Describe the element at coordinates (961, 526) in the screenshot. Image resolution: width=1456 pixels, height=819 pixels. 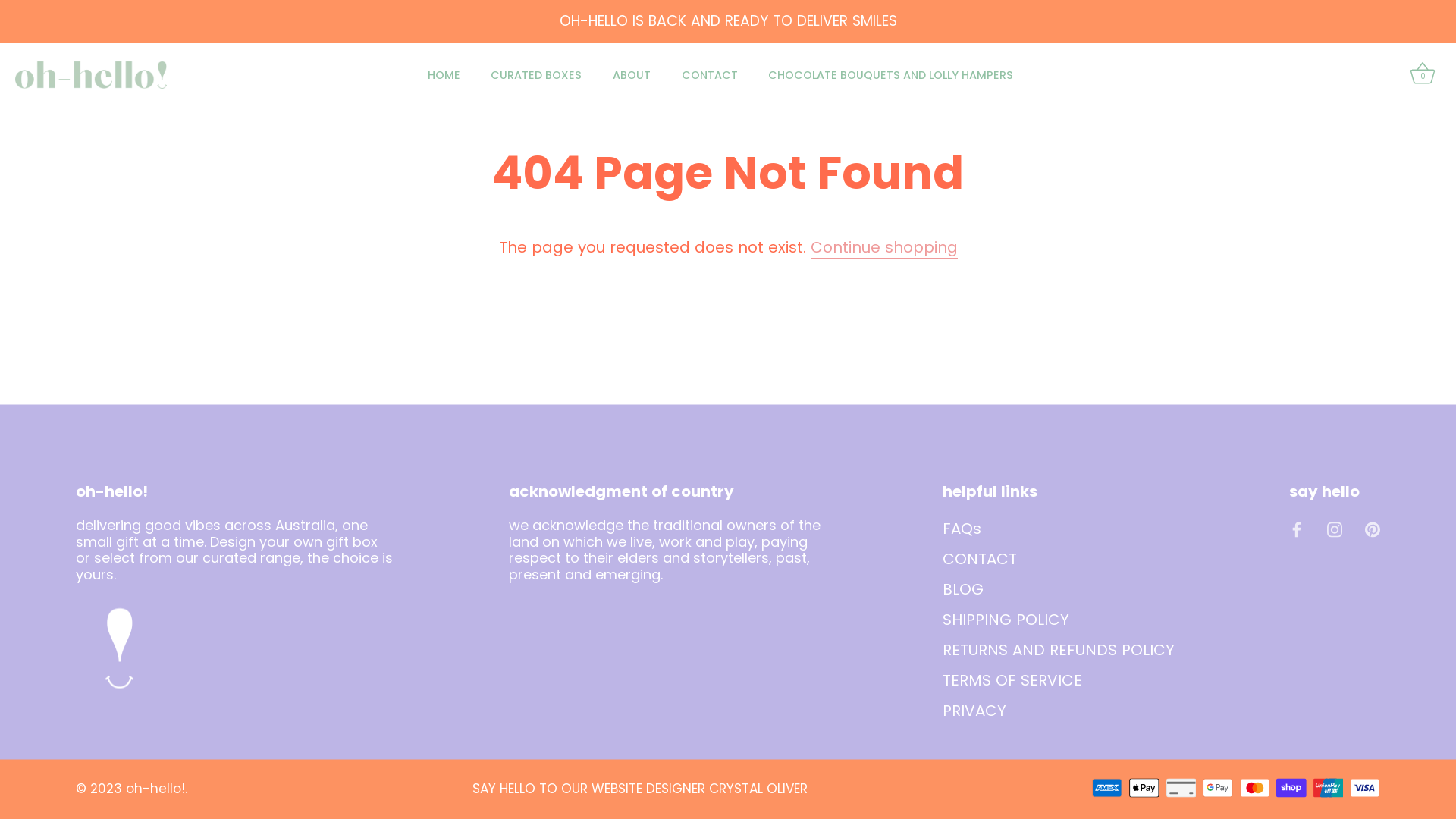
I see `'FAQs'` at that location.